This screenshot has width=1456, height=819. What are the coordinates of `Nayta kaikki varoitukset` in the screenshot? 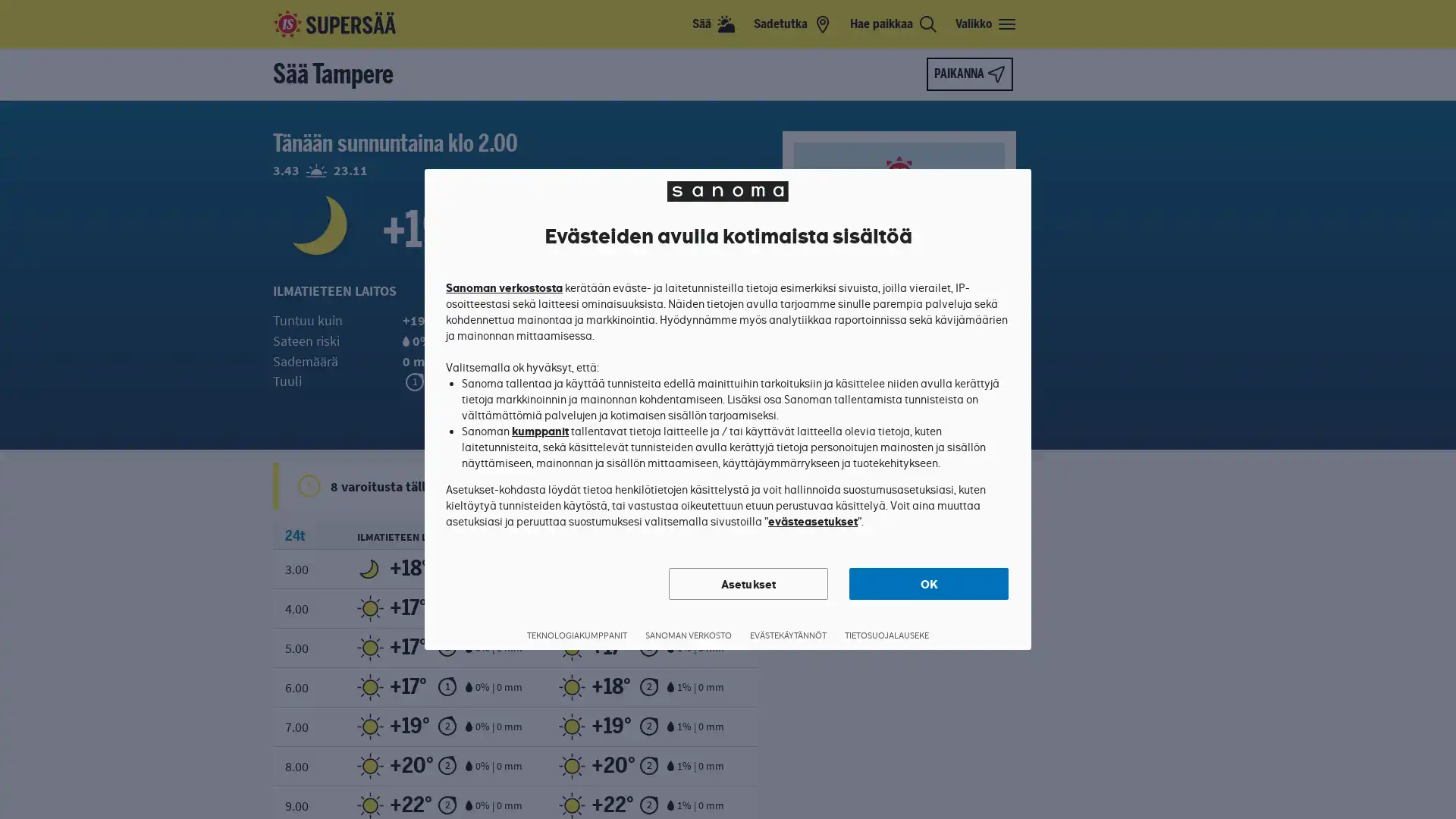 It's located at (739, 485).